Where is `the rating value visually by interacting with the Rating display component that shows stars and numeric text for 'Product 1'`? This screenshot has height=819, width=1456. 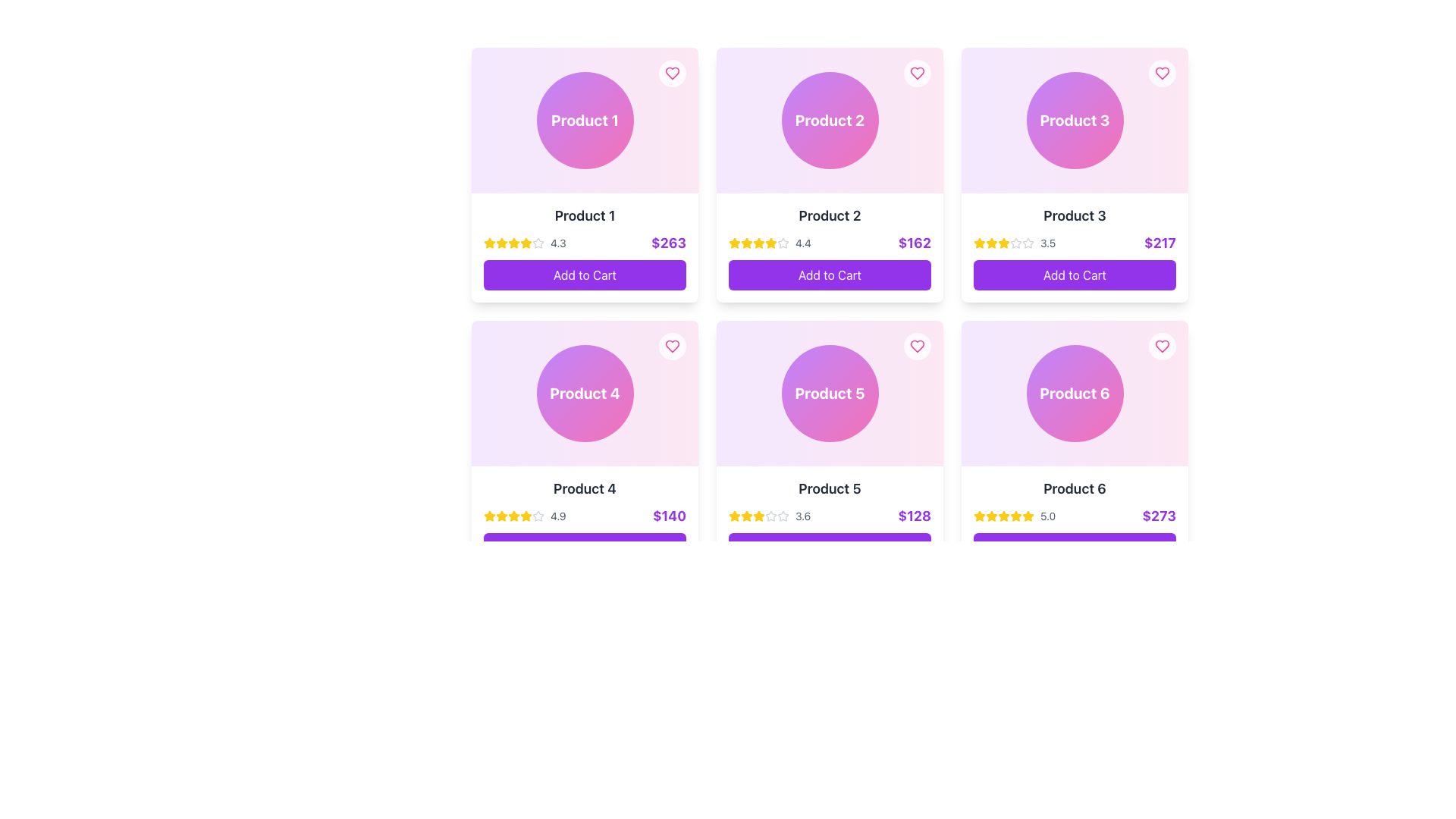
the rating value visually by interacting with the Rating display component that shows stars and numeric text for 'Product 1' is located at coordinates (525, 242).